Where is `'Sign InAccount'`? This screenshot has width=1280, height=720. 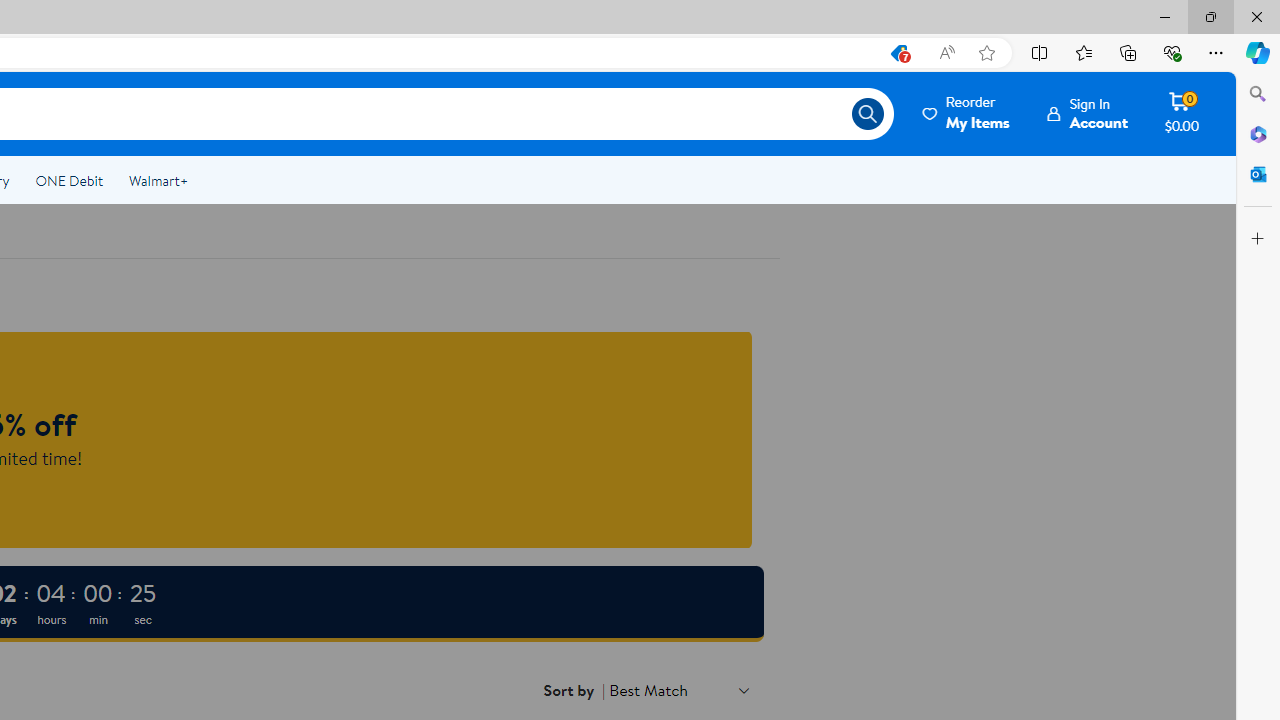
'Sign InAccount' is located at coordinates (1087, 113).